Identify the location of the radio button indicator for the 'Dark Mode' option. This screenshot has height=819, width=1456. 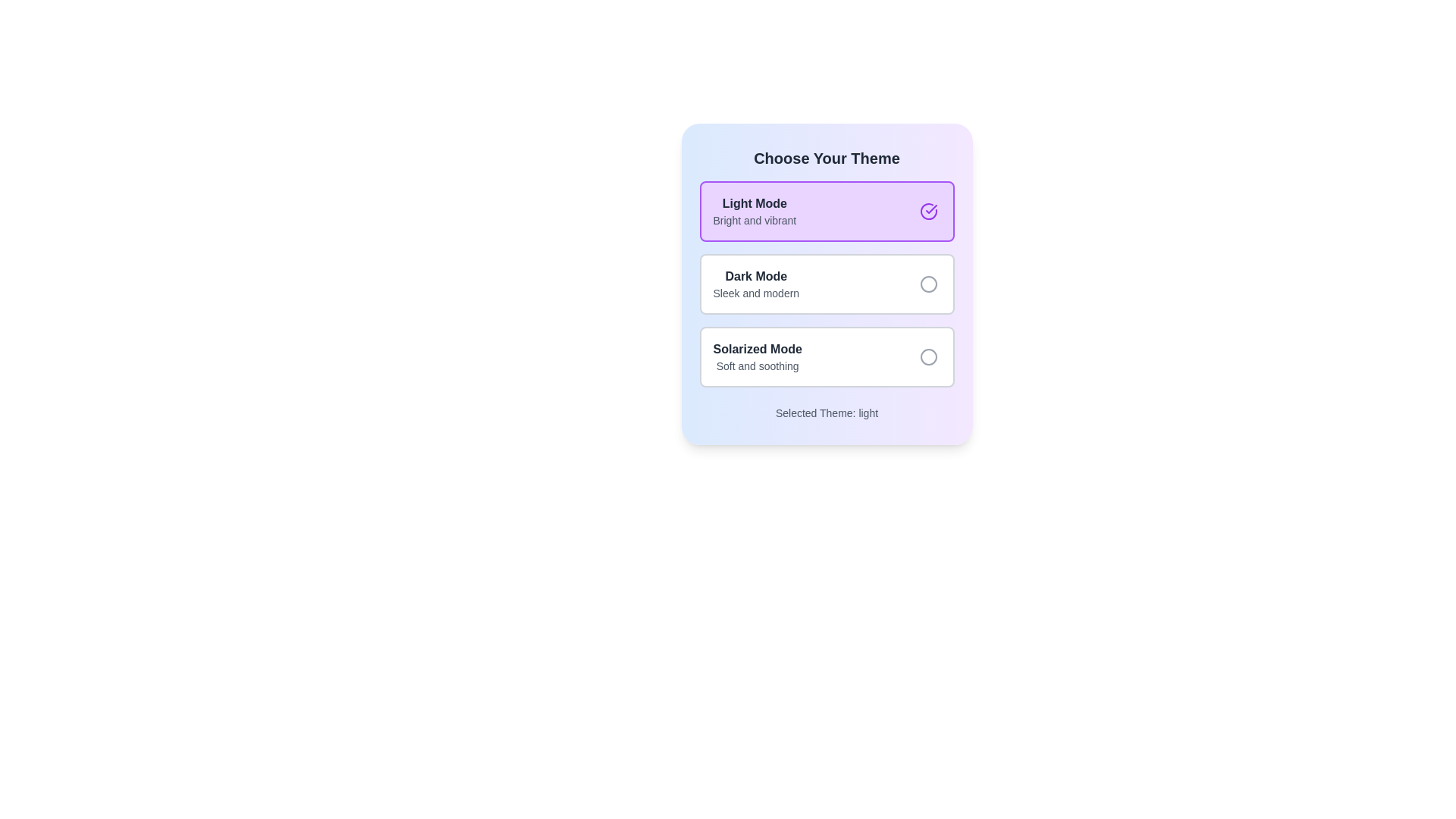
(927, 284).